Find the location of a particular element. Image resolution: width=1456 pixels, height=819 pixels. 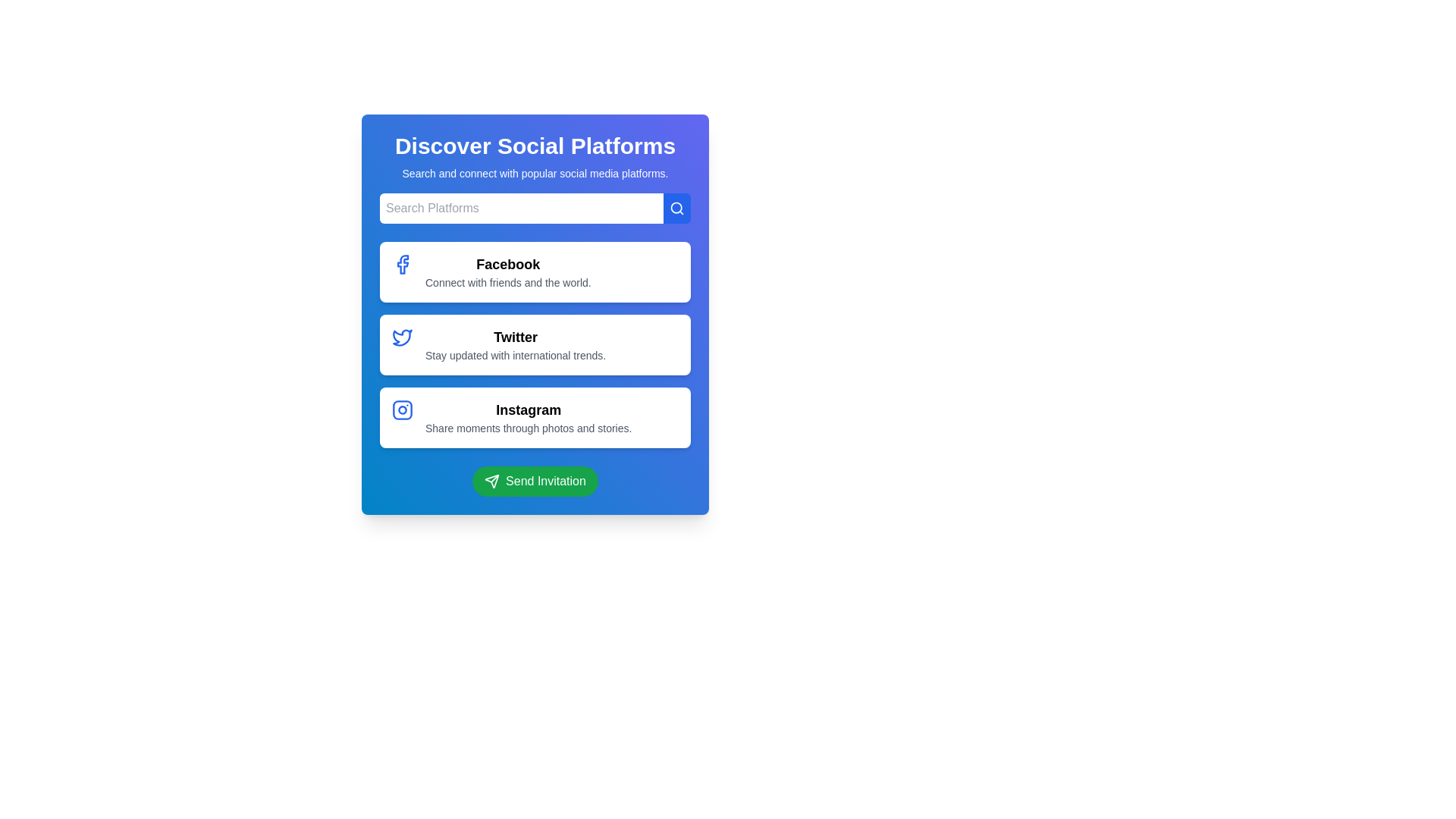

text of the heading that says 'Discover Social Platforms', which is prominently displayed at the top of the card with a gradient blue background is located at coordinates (535, 146).